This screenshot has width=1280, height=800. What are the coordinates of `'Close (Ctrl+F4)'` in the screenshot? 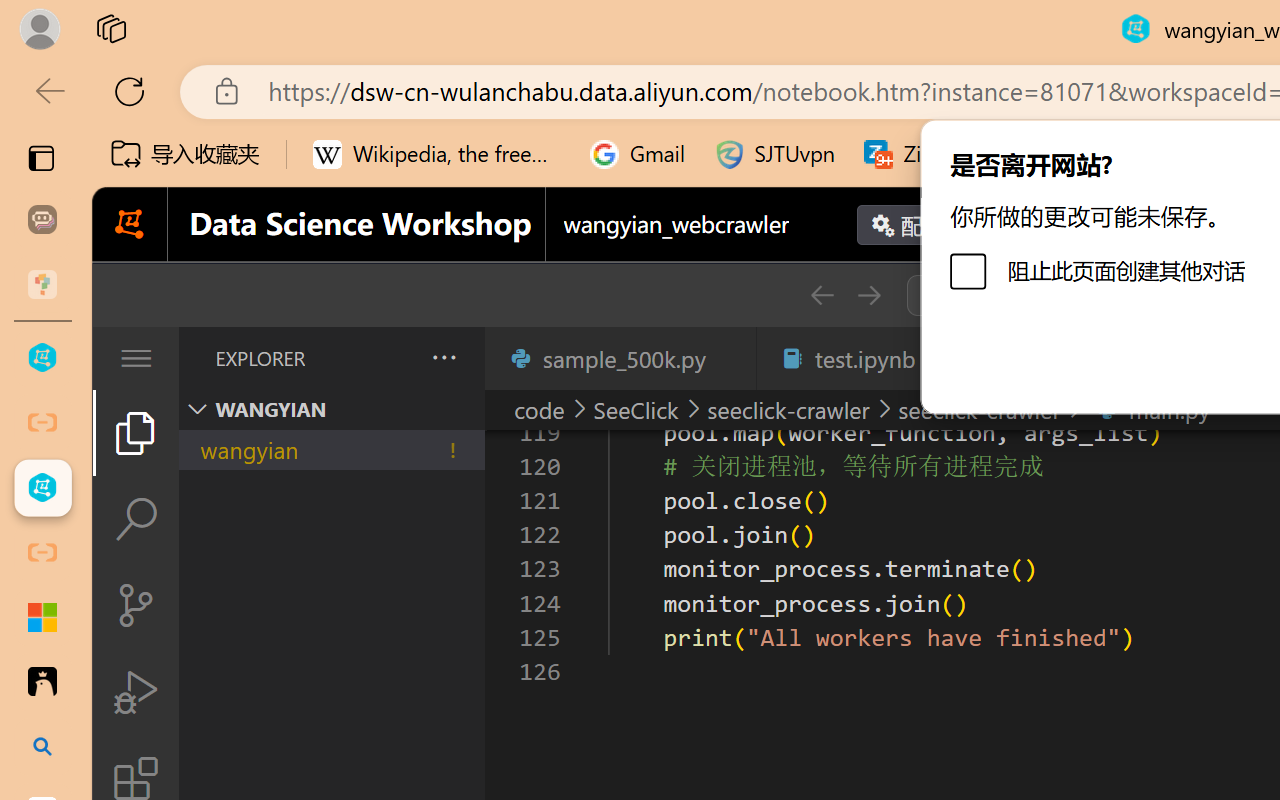 It's located at (729, 358).